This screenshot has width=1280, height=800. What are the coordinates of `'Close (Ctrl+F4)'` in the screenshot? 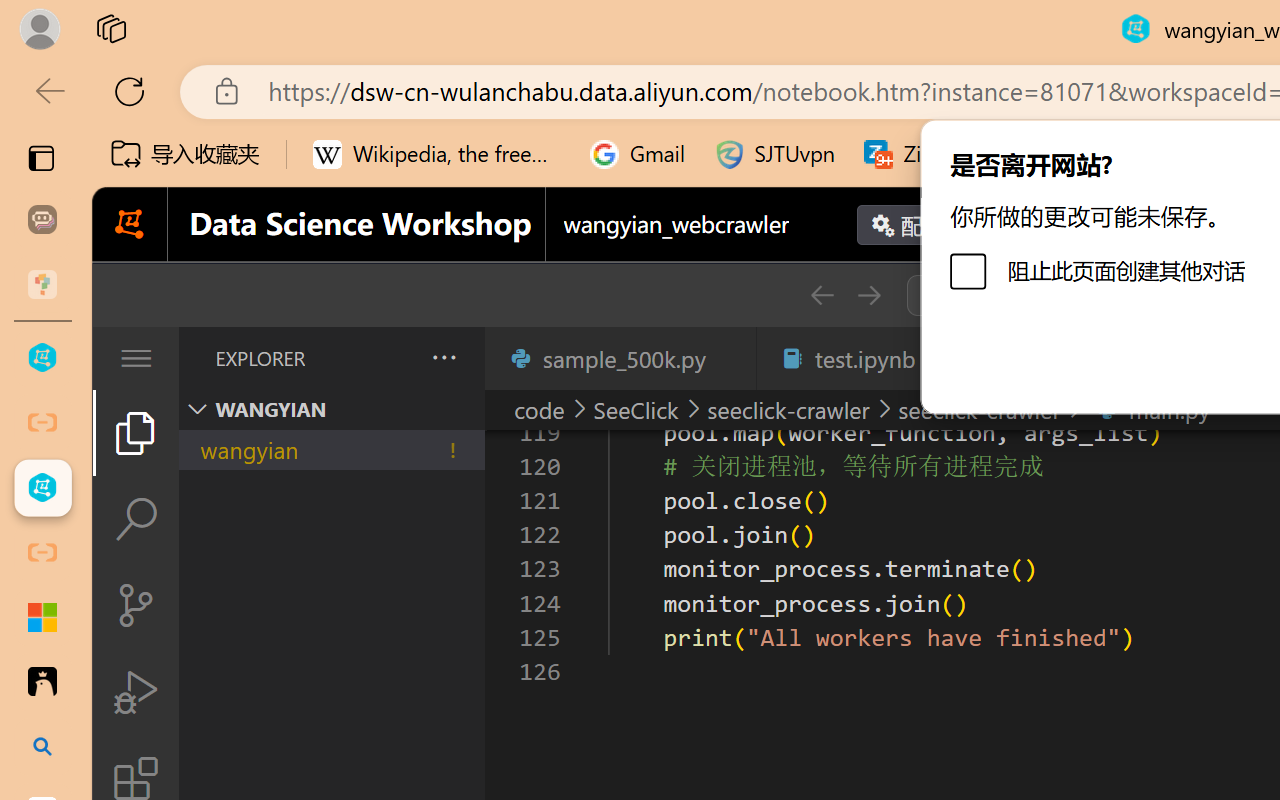 It's located at (729, 358).